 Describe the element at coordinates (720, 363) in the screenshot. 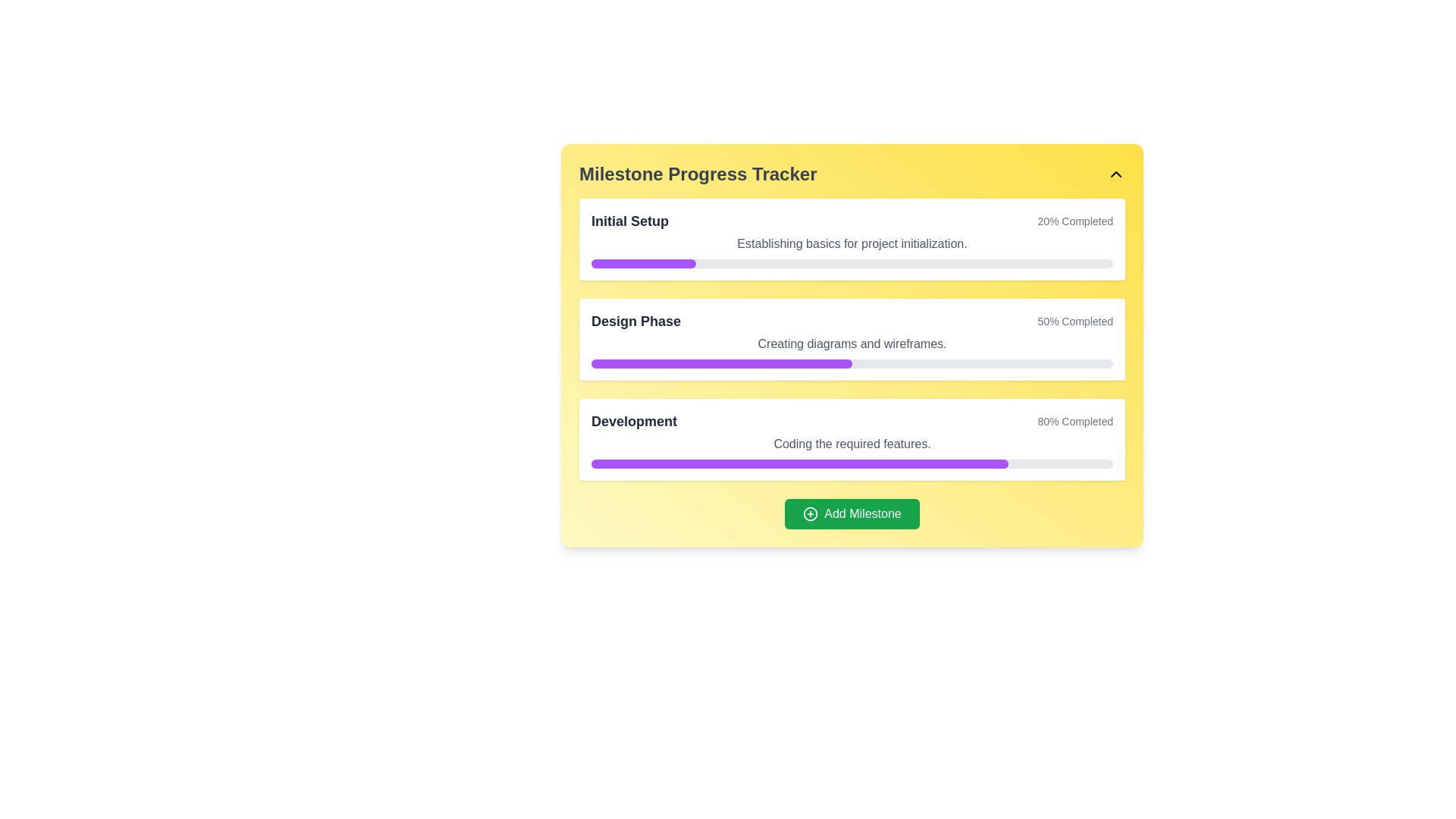

I see `the current state of the purple progress bar indicator located in the 'Design Phase' section of the milestone progress tracker, which represents 50% completion` at that location.